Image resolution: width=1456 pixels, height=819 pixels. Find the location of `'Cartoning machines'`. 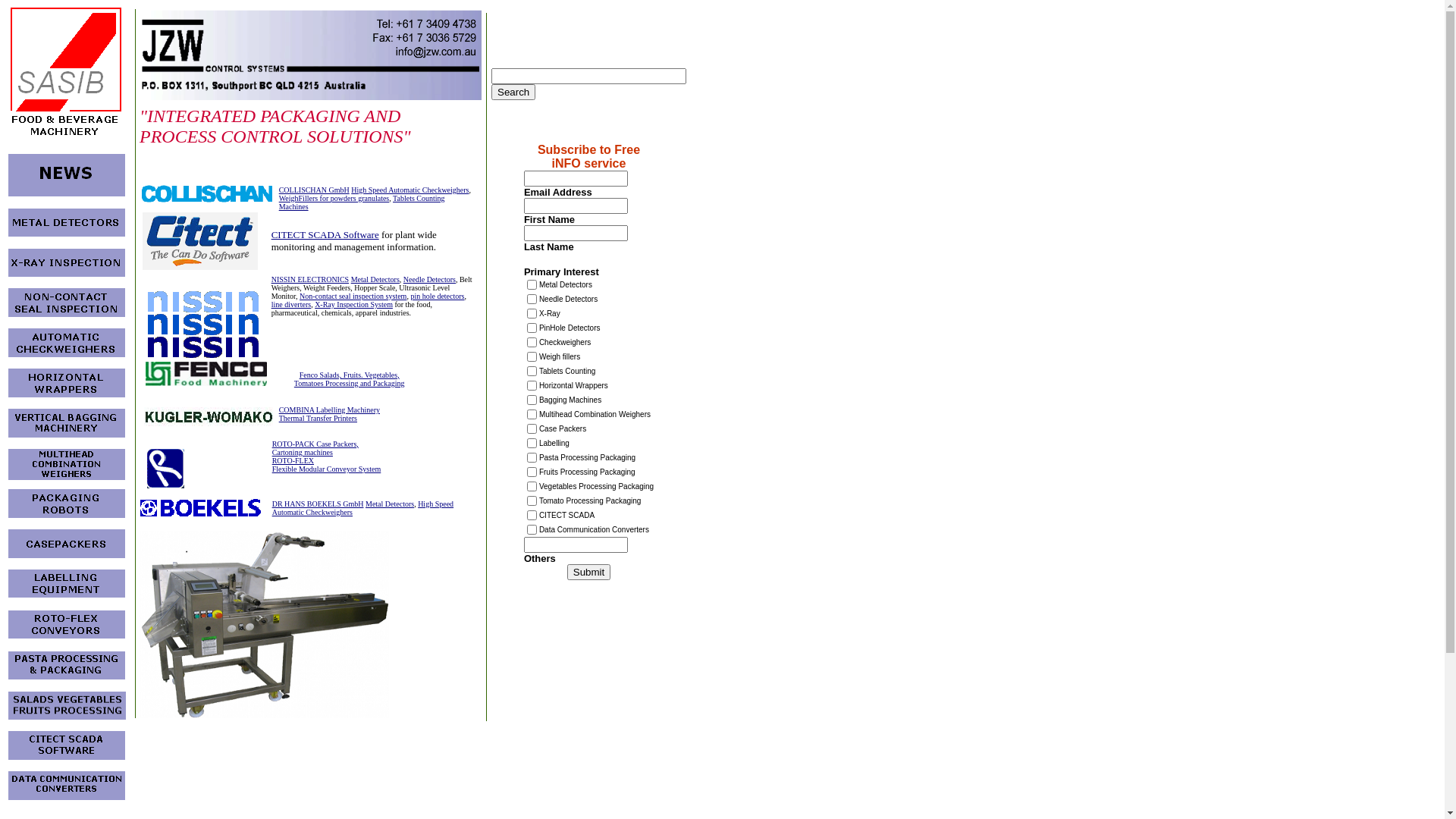

'Cartoning machines' is located at coordinates (302, 451).